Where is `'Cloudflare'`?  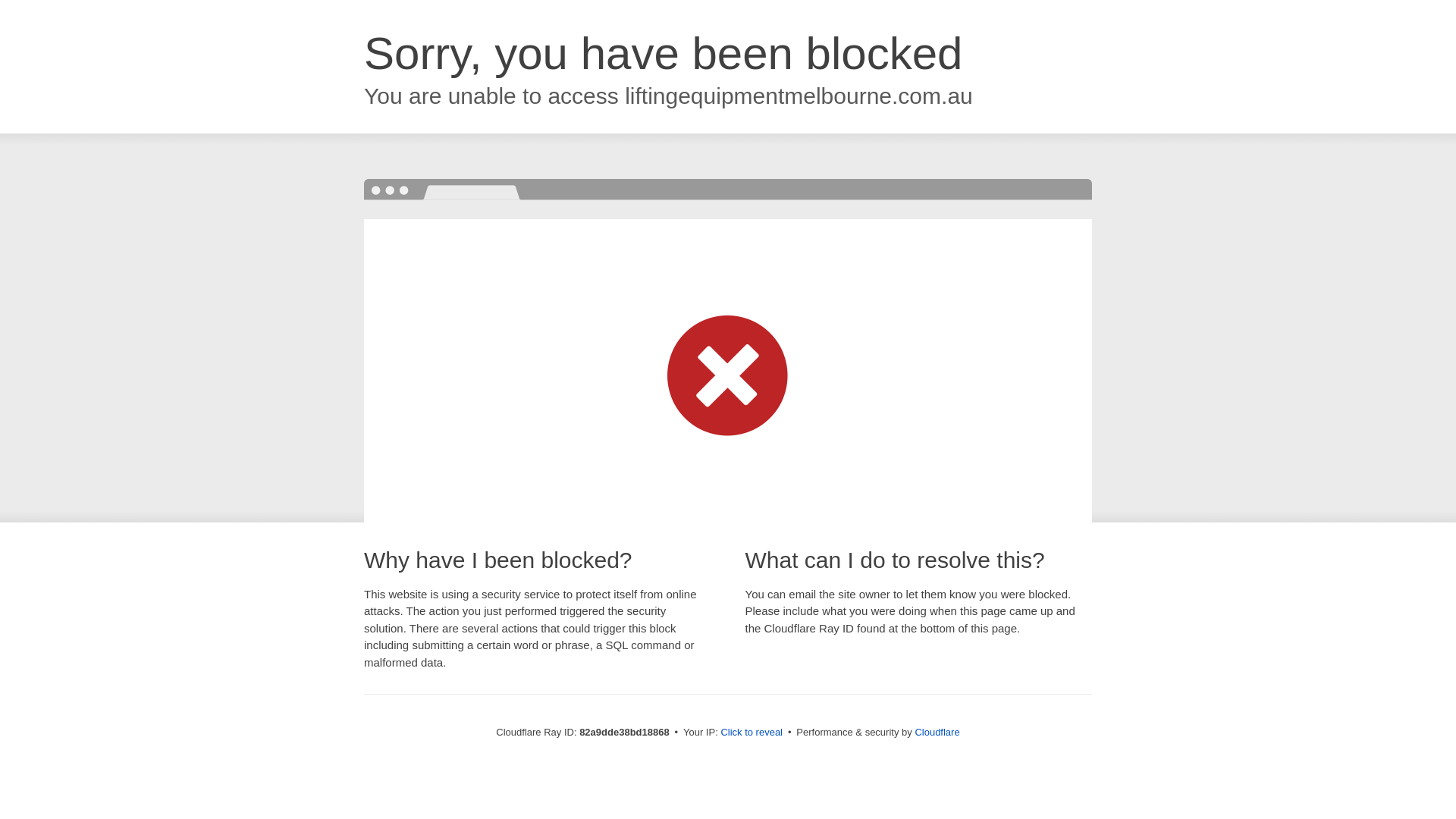
'Cloudflare' is located at coordinates (913, 731).